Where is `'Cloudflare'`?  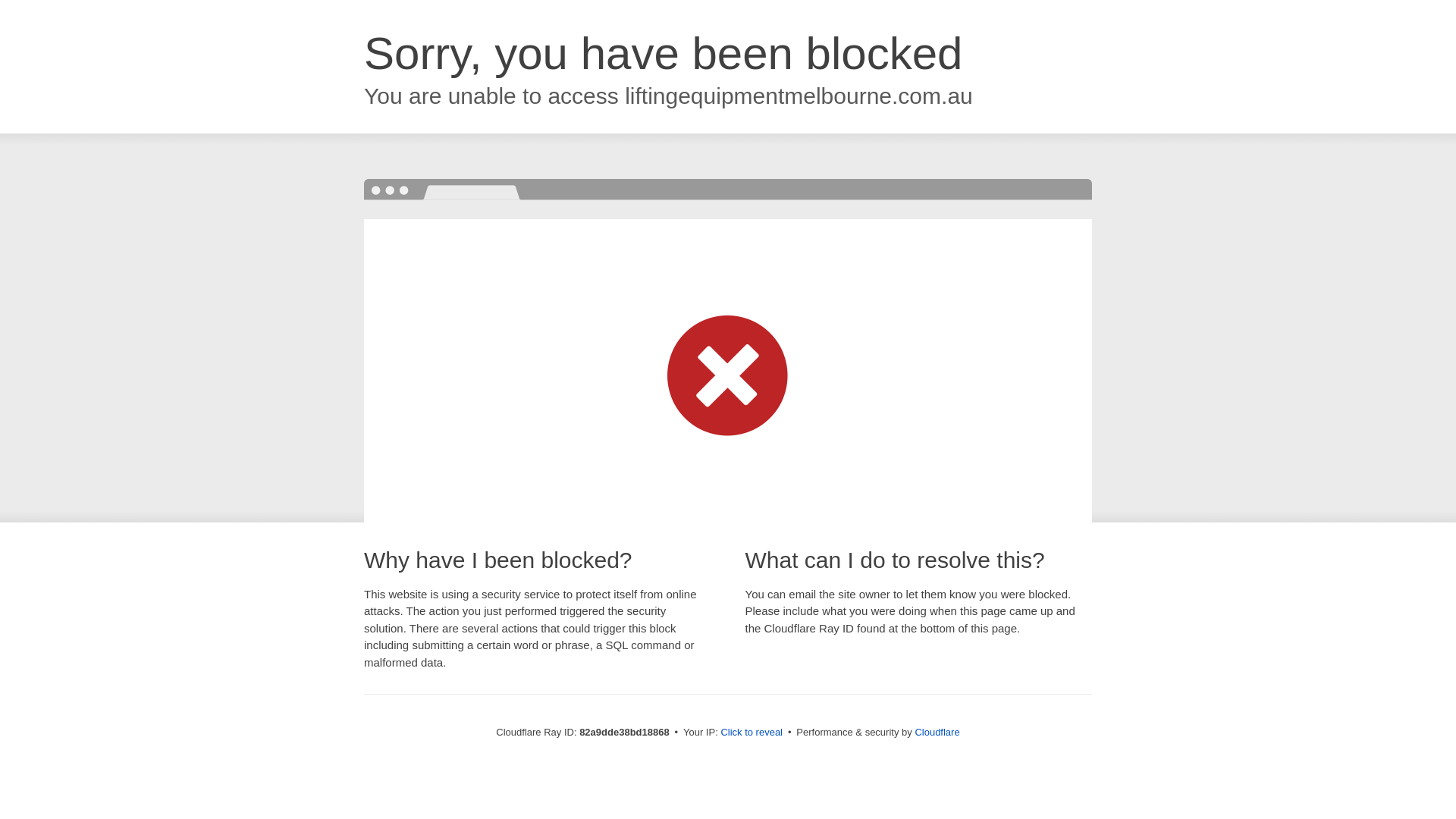
'Cloudflare' is located at coordinates (913, 731).